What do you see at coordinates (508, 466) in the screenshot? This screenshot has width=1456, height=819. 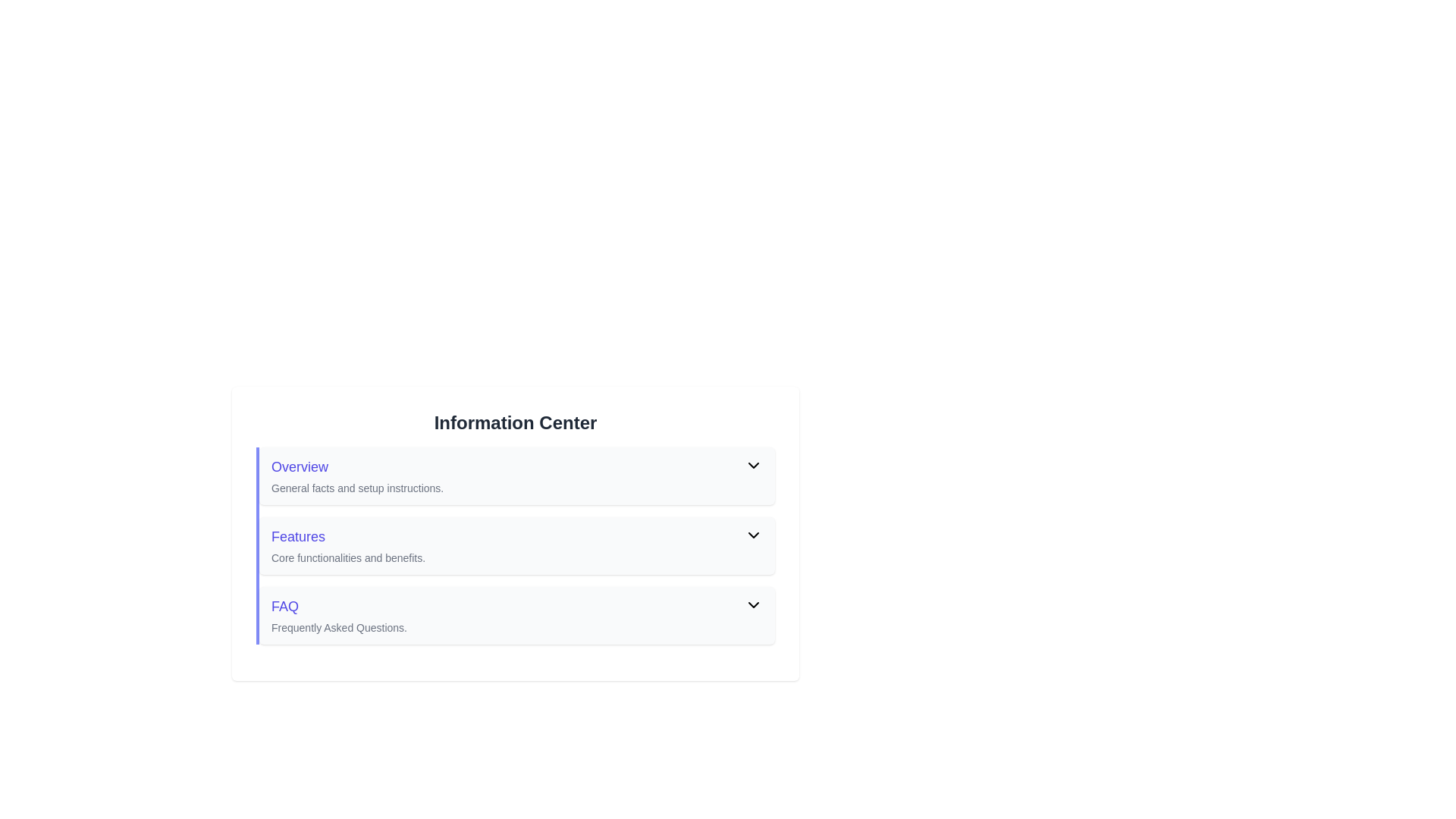 I see `the 'Overview' text label which is styled with a large, bold, indigo font and serves as the first header in the 'Information Center' section` at bounding box center [508, 466].